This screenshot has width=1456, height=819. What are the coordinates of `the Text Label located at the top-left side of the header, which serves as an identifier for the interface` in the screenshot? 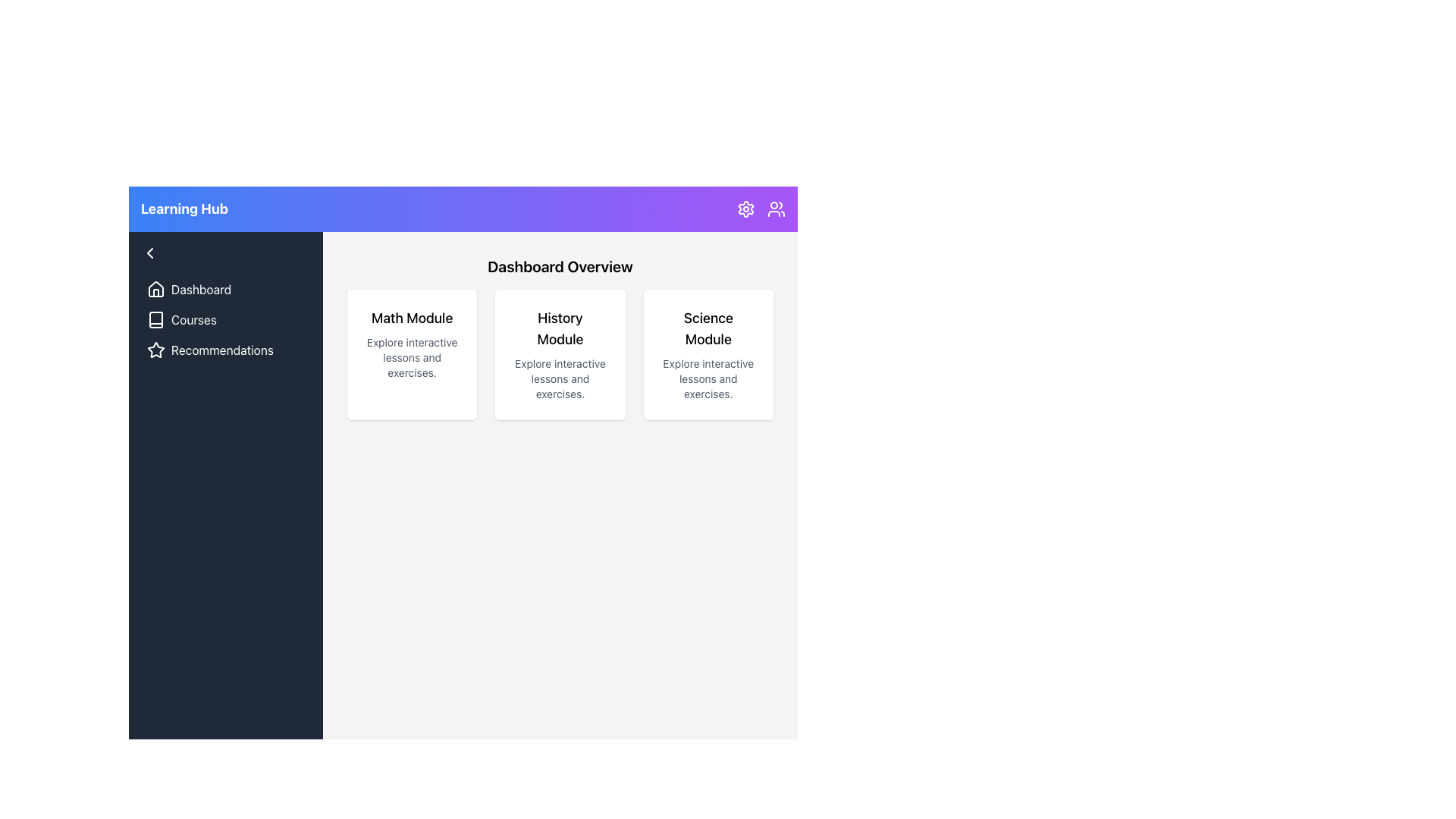 It's located at (184, 209).